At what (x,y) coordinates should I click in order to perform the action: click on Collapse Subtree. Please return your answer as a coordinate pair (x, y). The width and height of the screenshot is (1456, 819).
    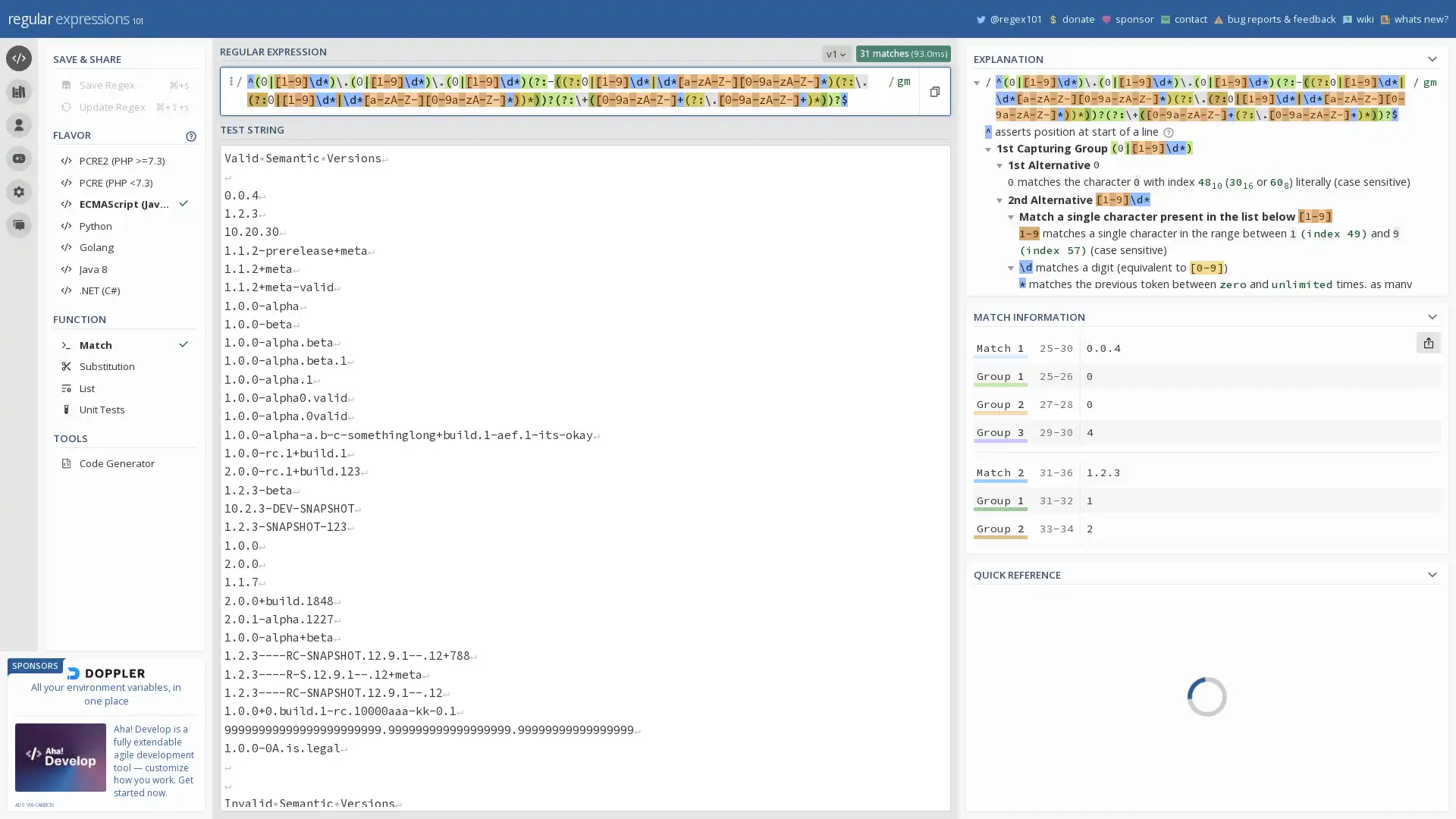
    Looking at the image, I should click on (1013, 265).